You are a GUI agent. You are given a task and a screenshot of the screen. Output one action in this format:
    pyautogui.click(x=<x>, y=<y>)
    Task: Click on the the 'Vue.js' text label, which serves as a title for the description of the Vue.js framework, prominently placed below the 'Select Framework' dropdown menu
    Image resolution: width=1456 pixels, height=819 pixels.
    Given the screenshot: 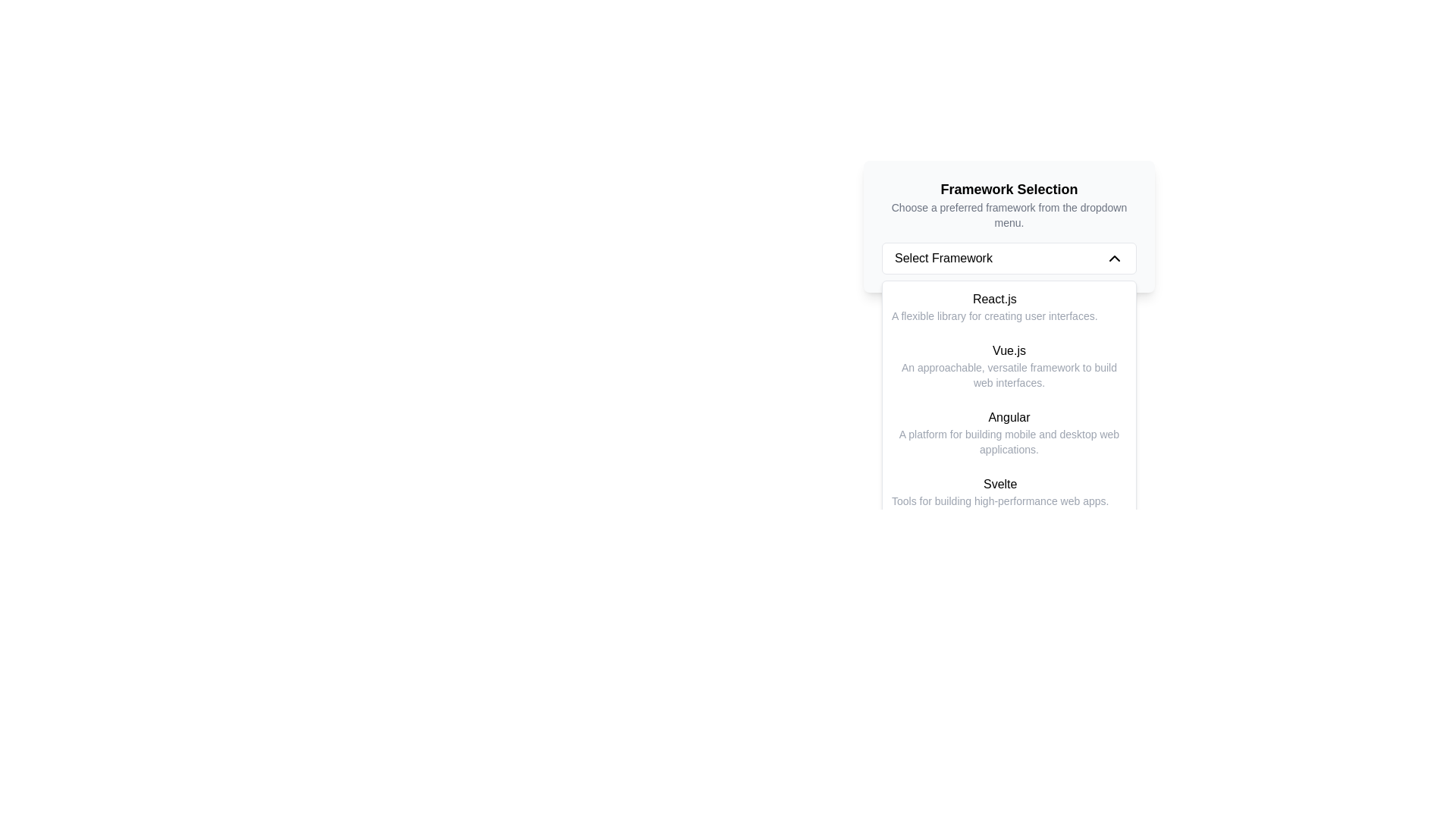 What is the action you would take?
    pyautogui.click(x=1009, y=350)
    